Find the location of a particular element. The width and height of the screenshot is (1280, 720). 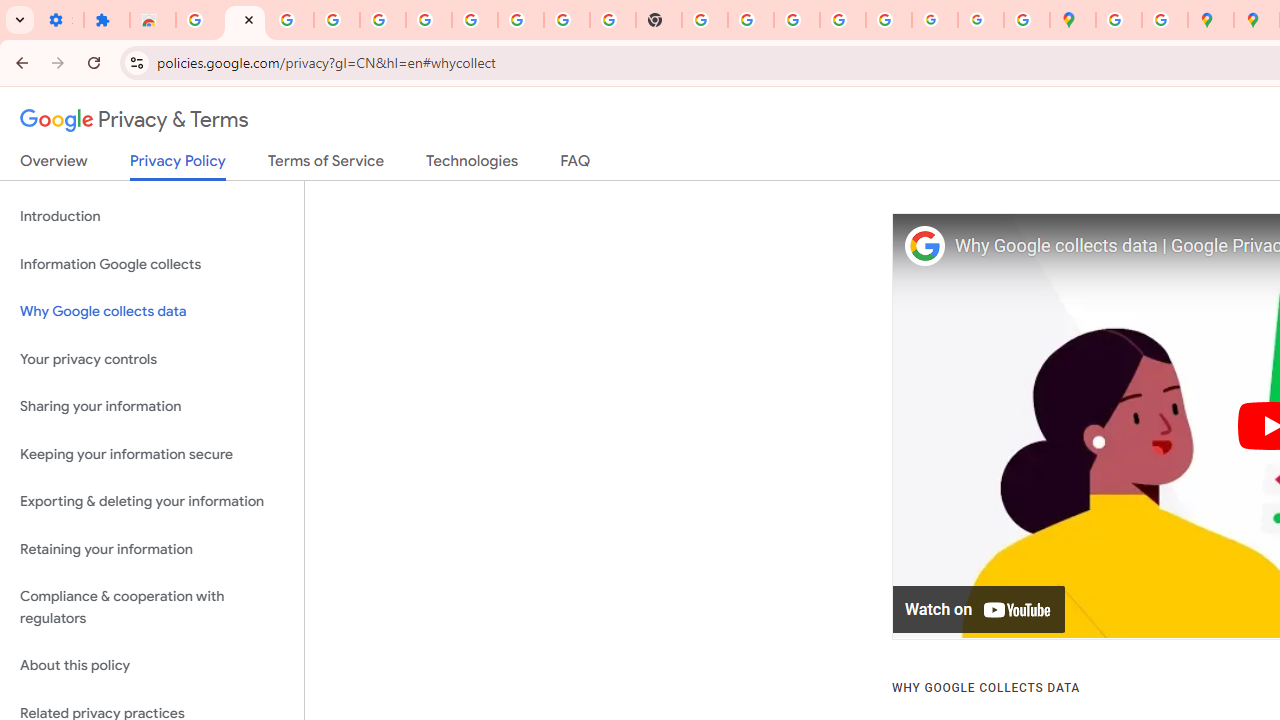

'Keeping your information secure' is located at coordinates (151, 454).